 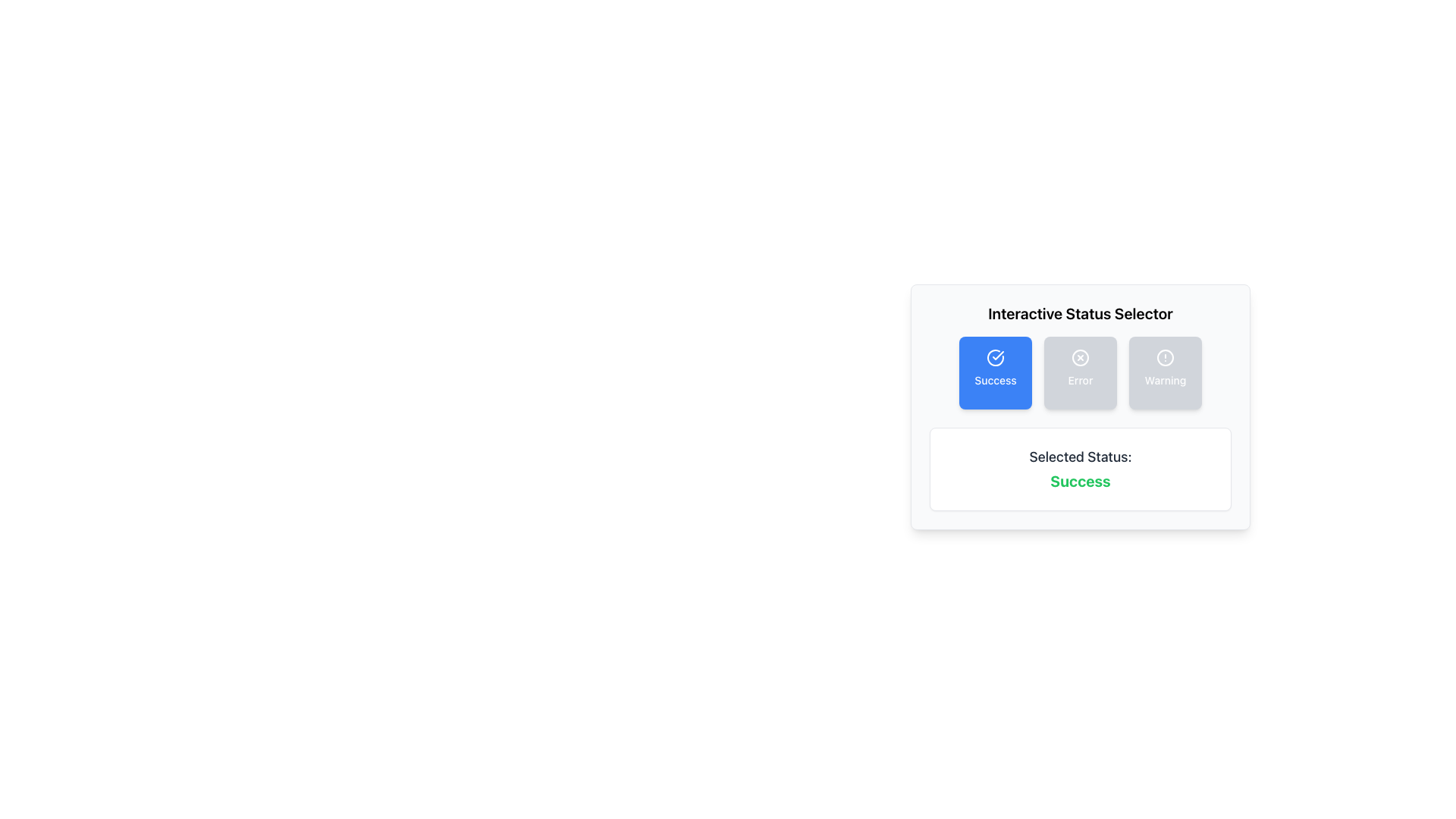 What do you see at coordinates (1164, 373) in the screenshot?
I see `the 'Warning' status button located in the top-right corner of the button group` at bounding box center [1164, 373].